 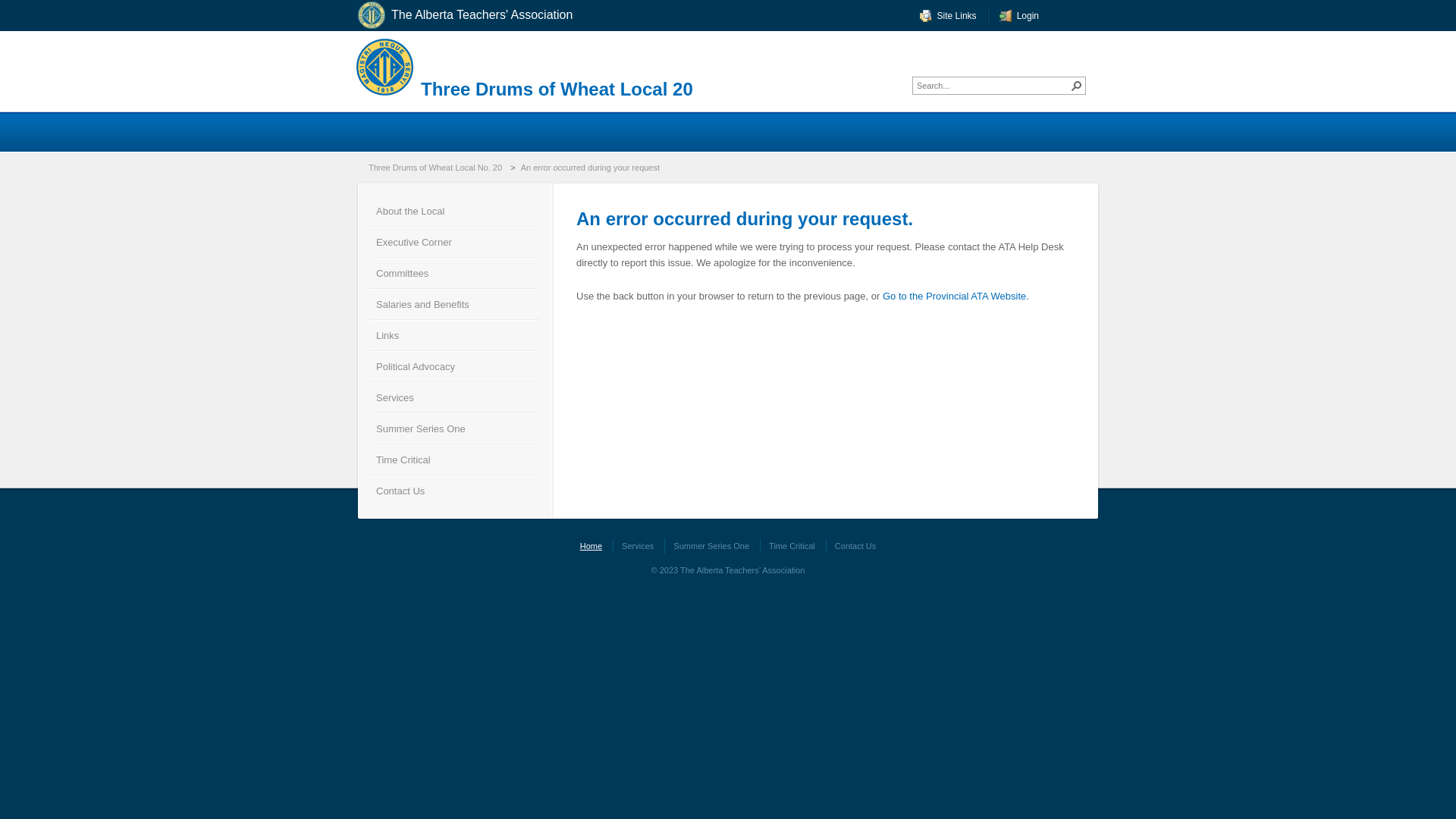 I want to click on 'Three Drums of Wheat Local No. 20', so click(x=365, y=167).